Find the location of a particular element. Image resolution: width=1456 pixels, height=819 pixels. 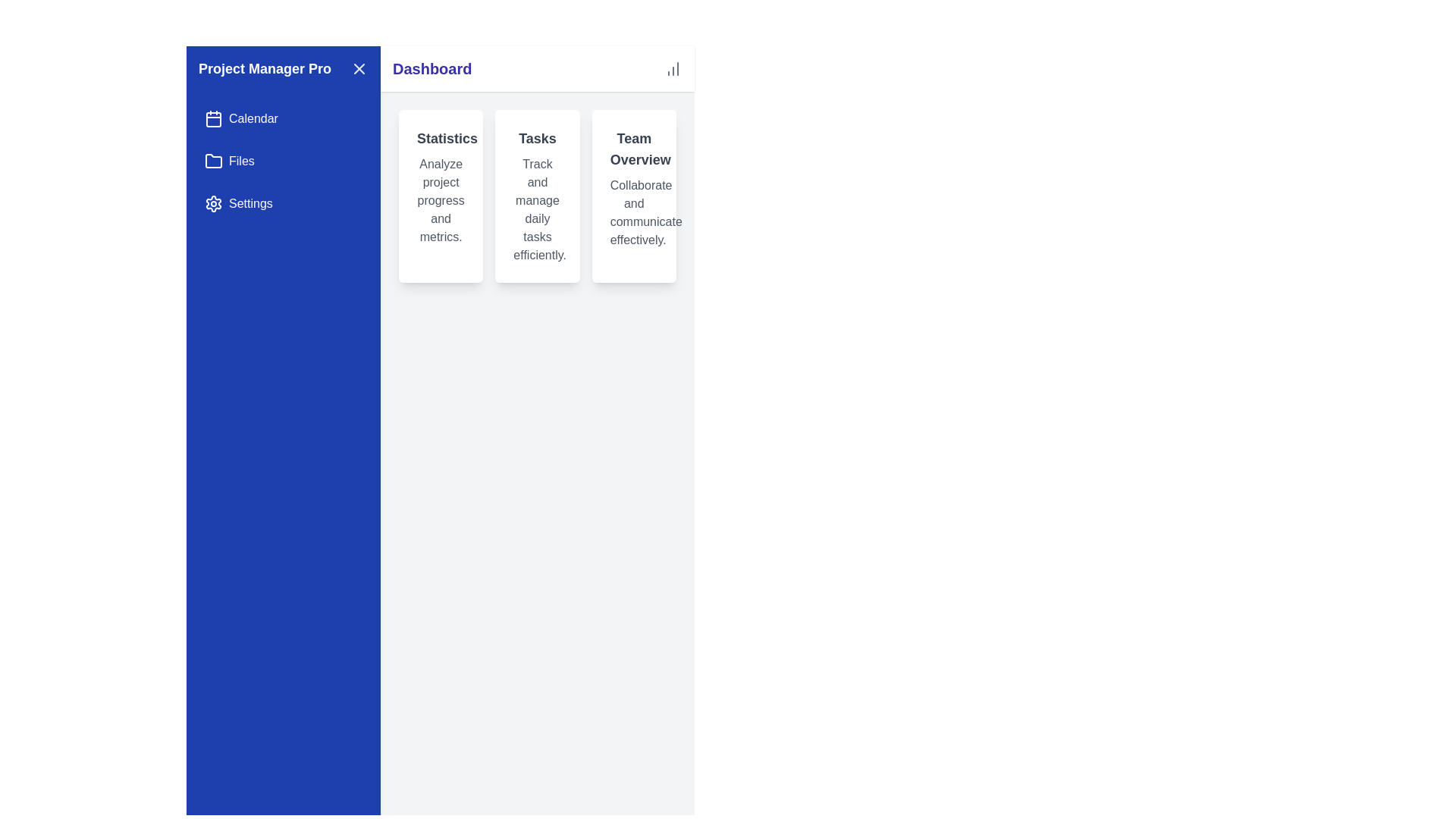

the folder icon representing the 'Files' section located in the left-hand vertical navigation bar, which is the second icon in the list is located at coordinates (213, 161).